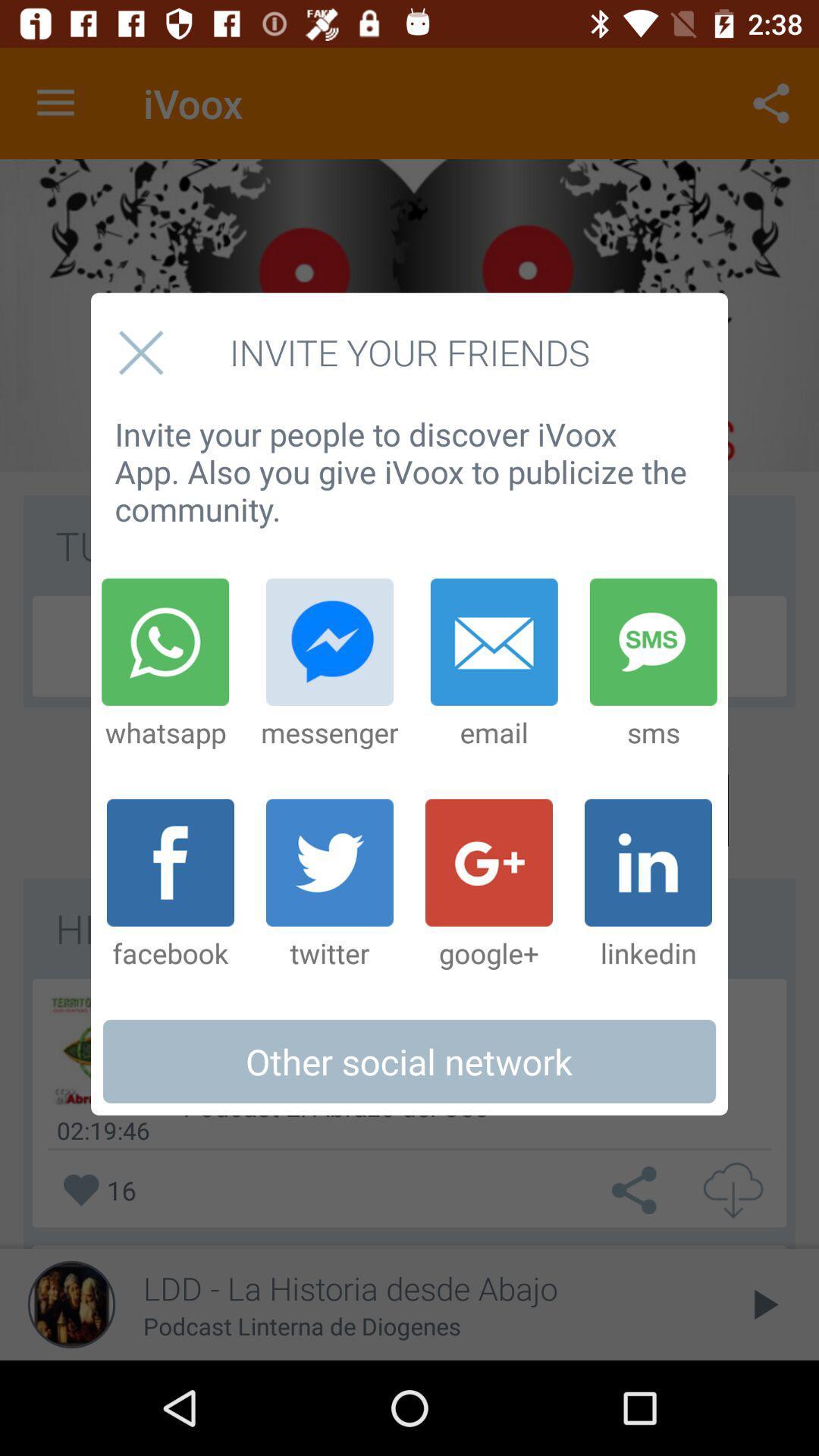 The width and height of the screenshot is (819, 1456). I want to click on email icon, so click(494, 664).